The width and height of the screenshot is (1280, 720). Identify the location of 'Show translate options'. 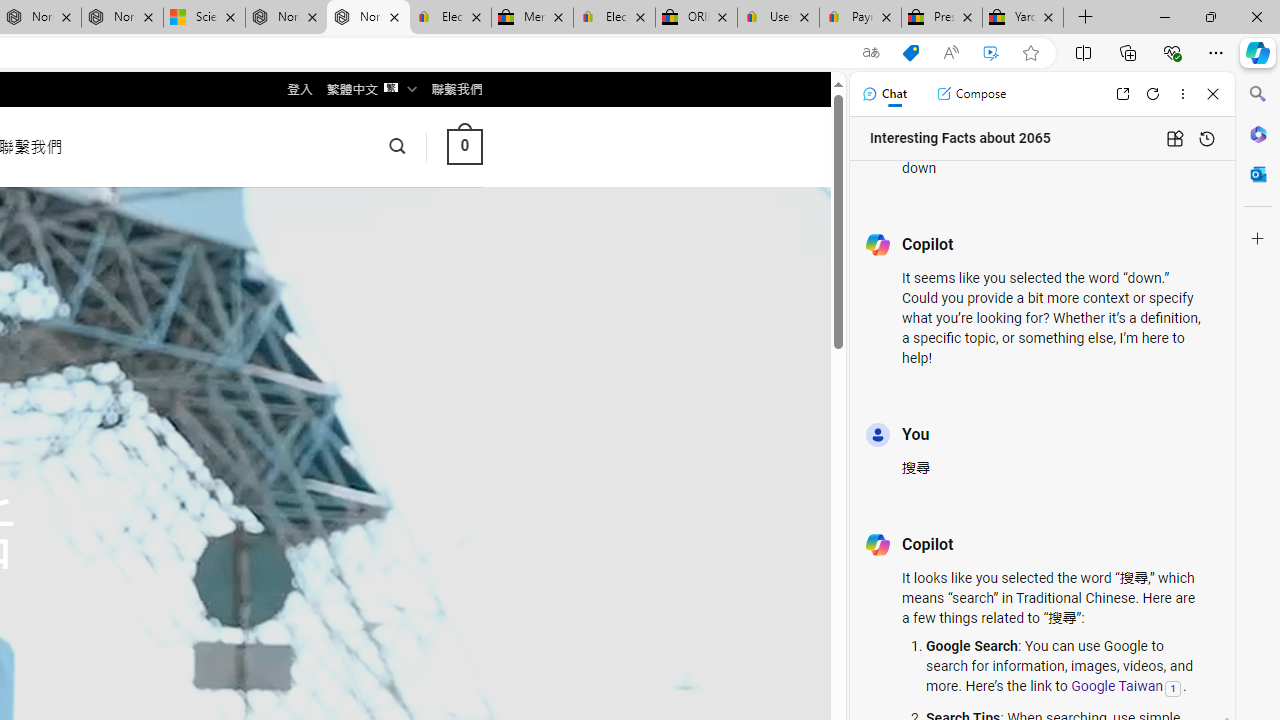
(871, 52).